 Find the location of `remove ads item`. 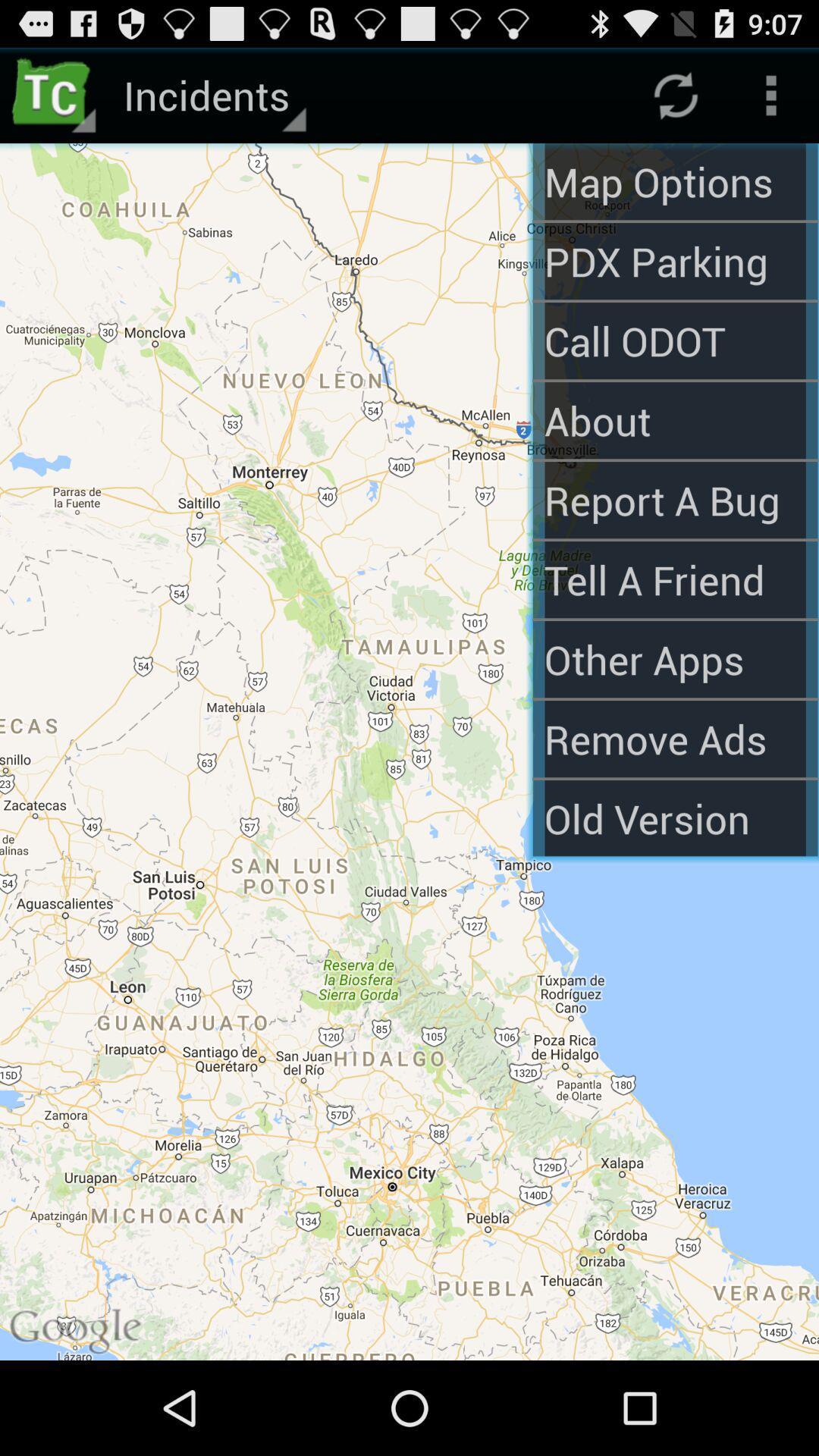

remove ads item is located at coordinates (674, 739).